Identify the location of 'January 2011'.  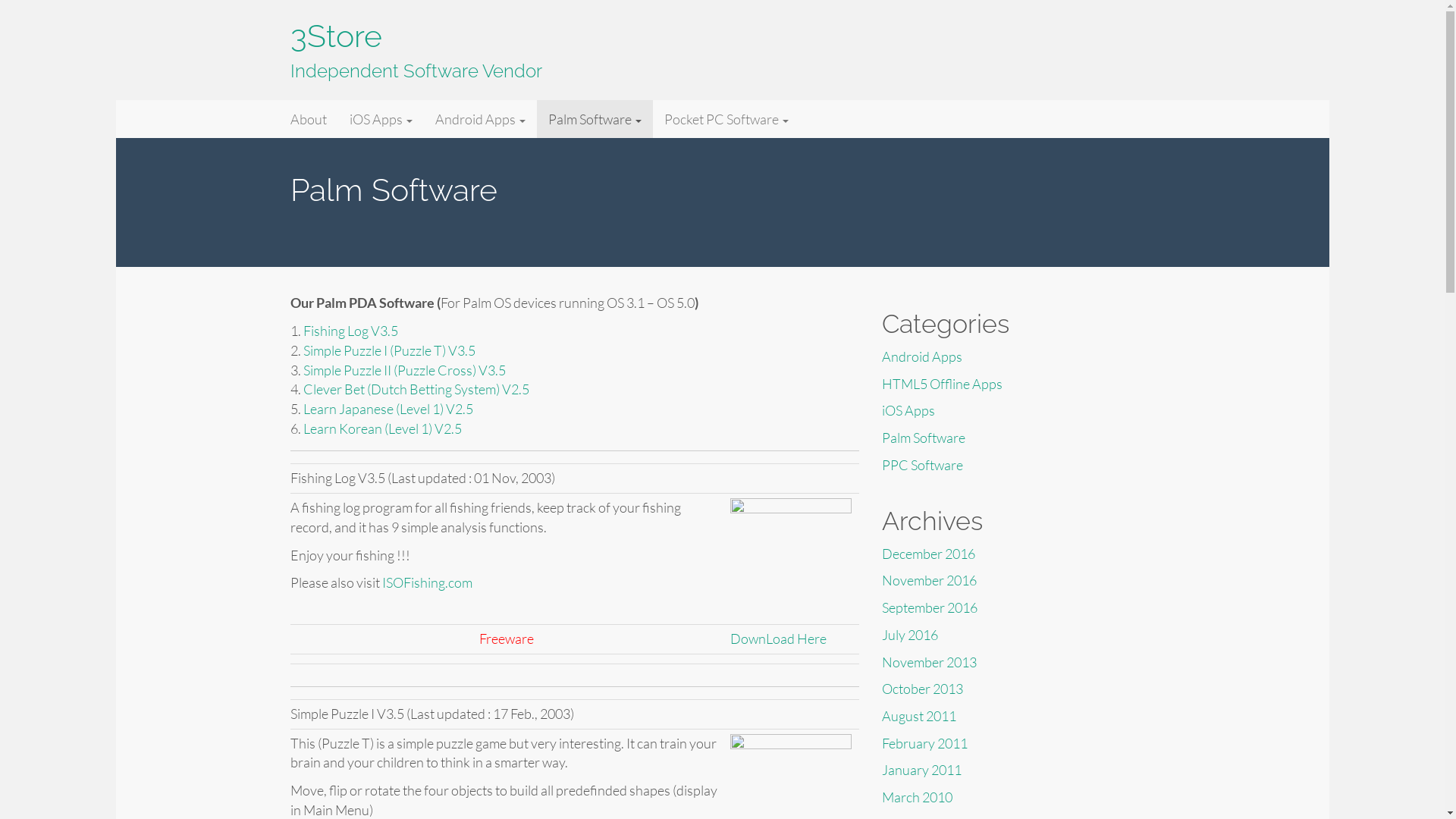
(920, 769).